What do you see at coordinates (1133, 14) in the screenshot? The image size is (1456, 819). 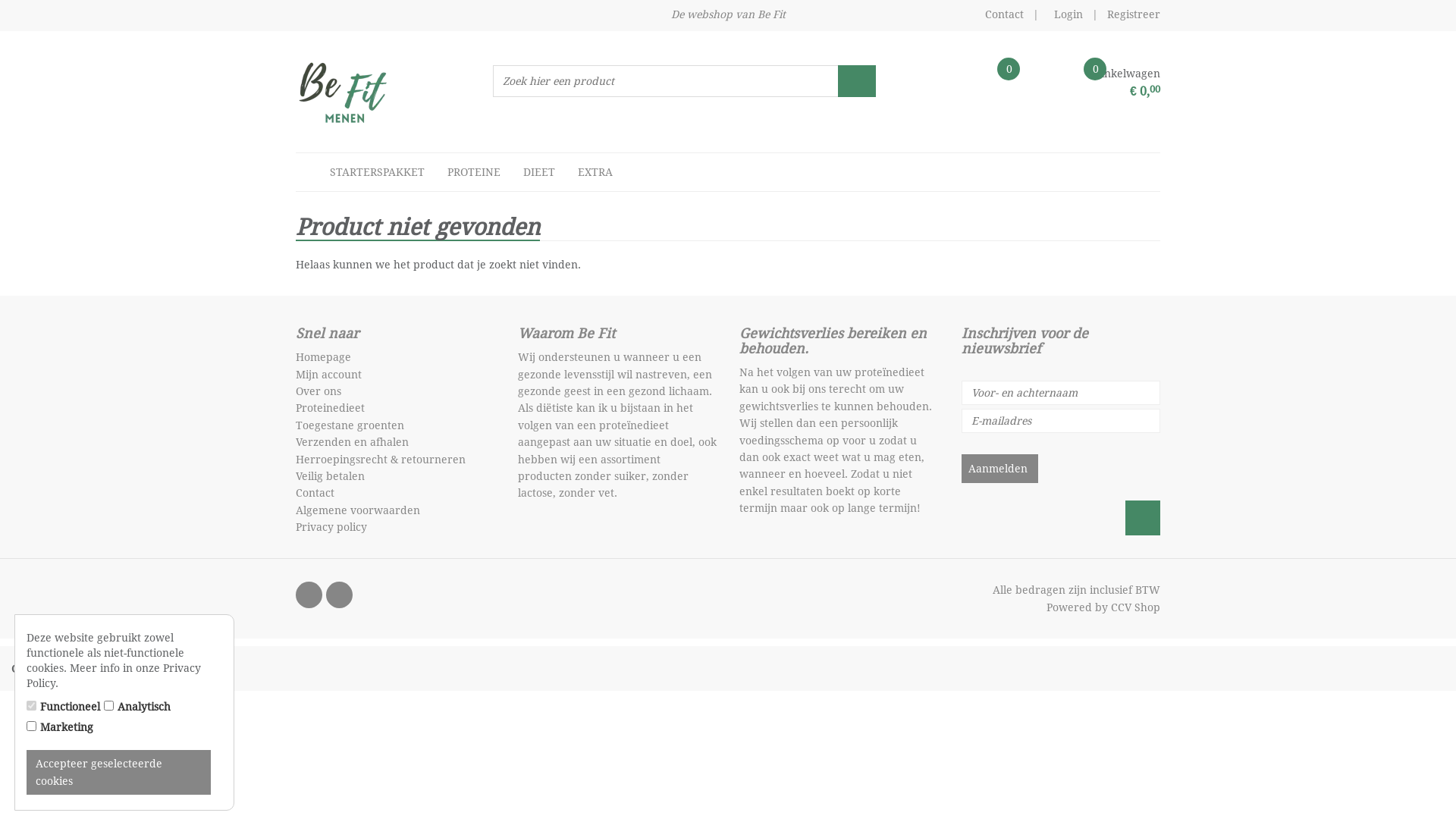 I see `'Registreer'` at bounding box center [1133, 14].